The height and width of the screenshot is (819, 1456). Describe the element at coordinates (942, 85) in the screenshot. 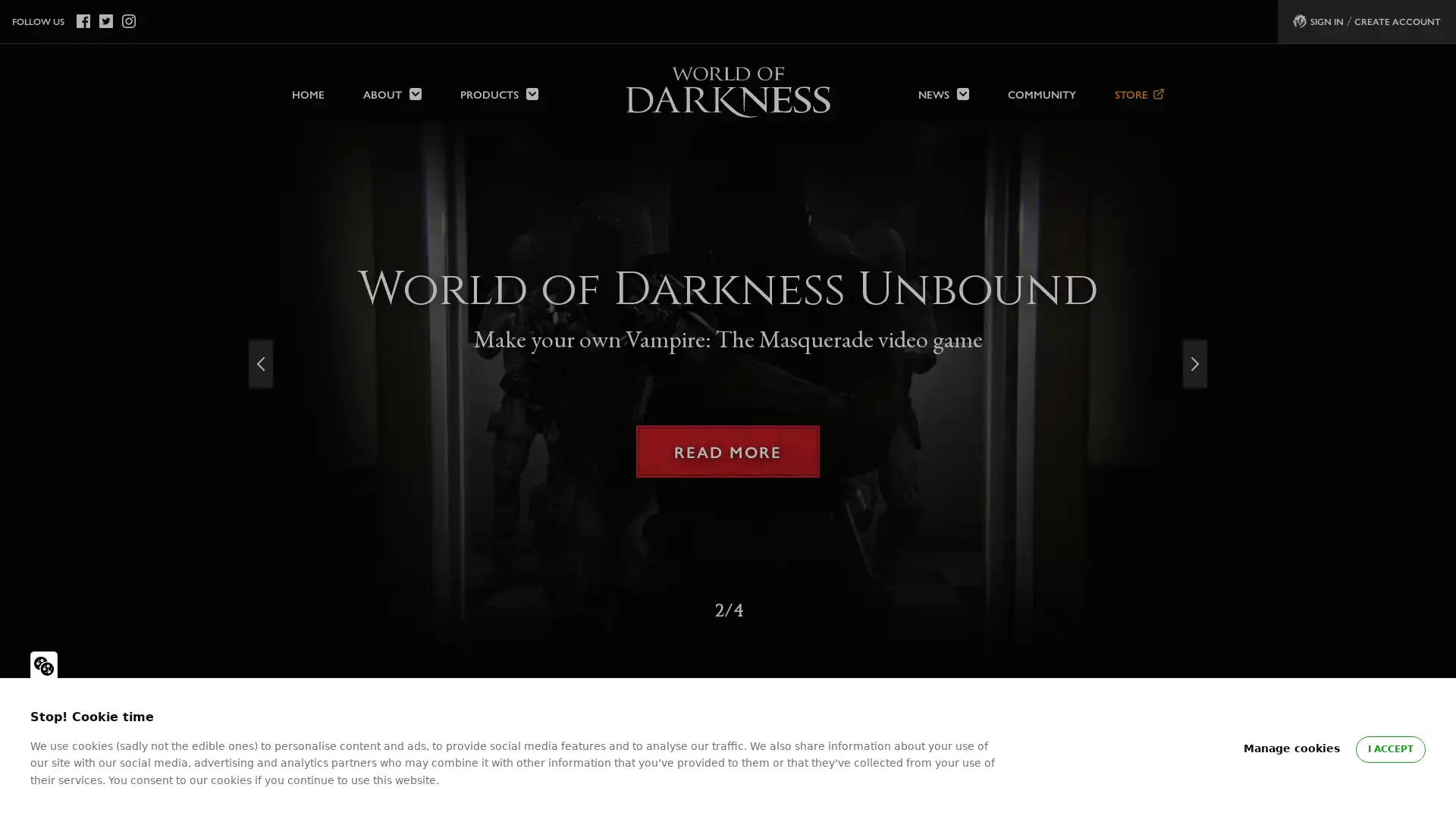

I see `NEWS` at that location.